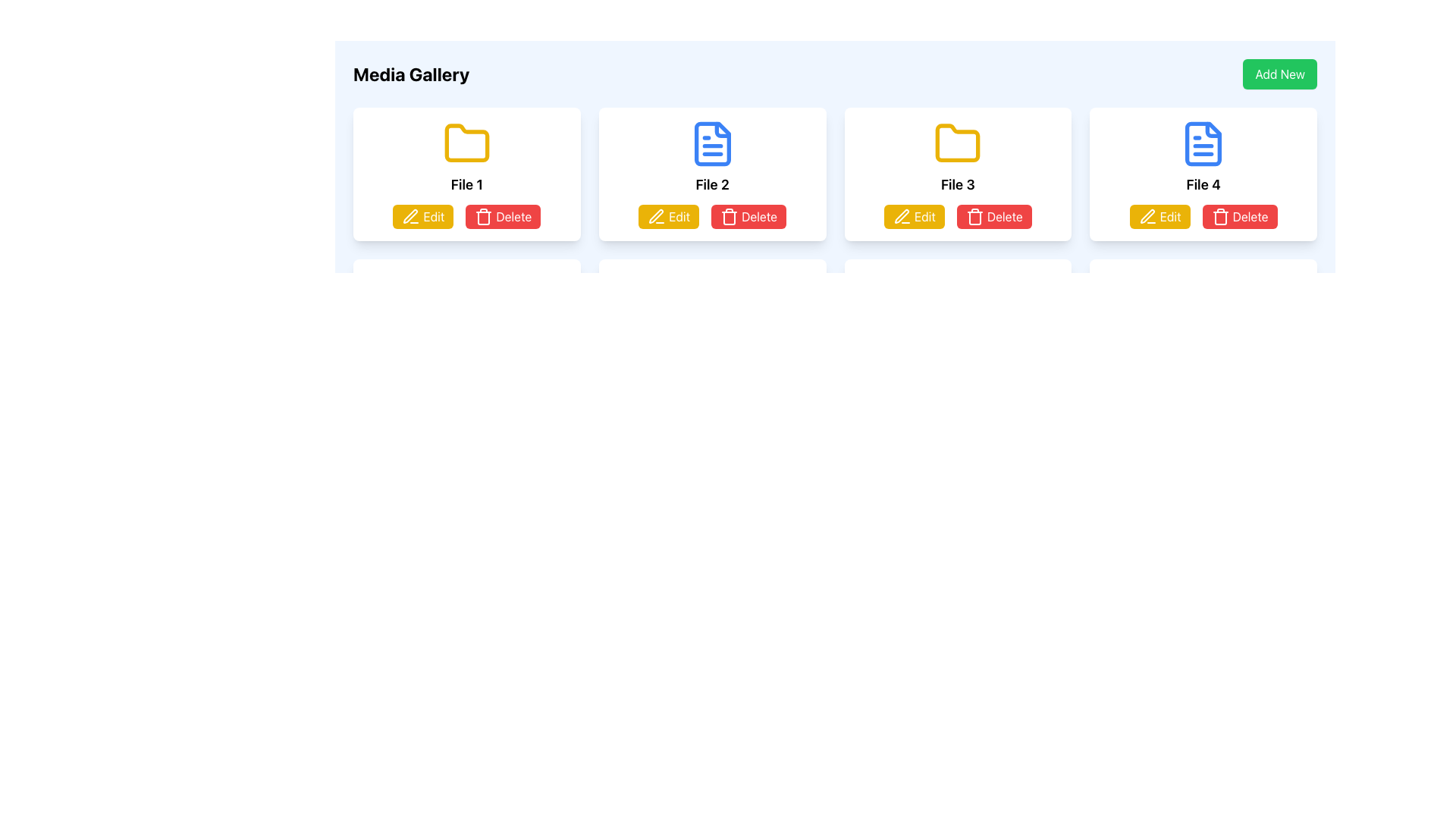 The width and height of the screenshot is (1456, 819). I want to click on the trash bin icon on the left side of the red 'Delete' button located below the label 'File 3' in the third card of the horizontal row of cards labeled 'File 1' through 'File 4', so click(974, 216).